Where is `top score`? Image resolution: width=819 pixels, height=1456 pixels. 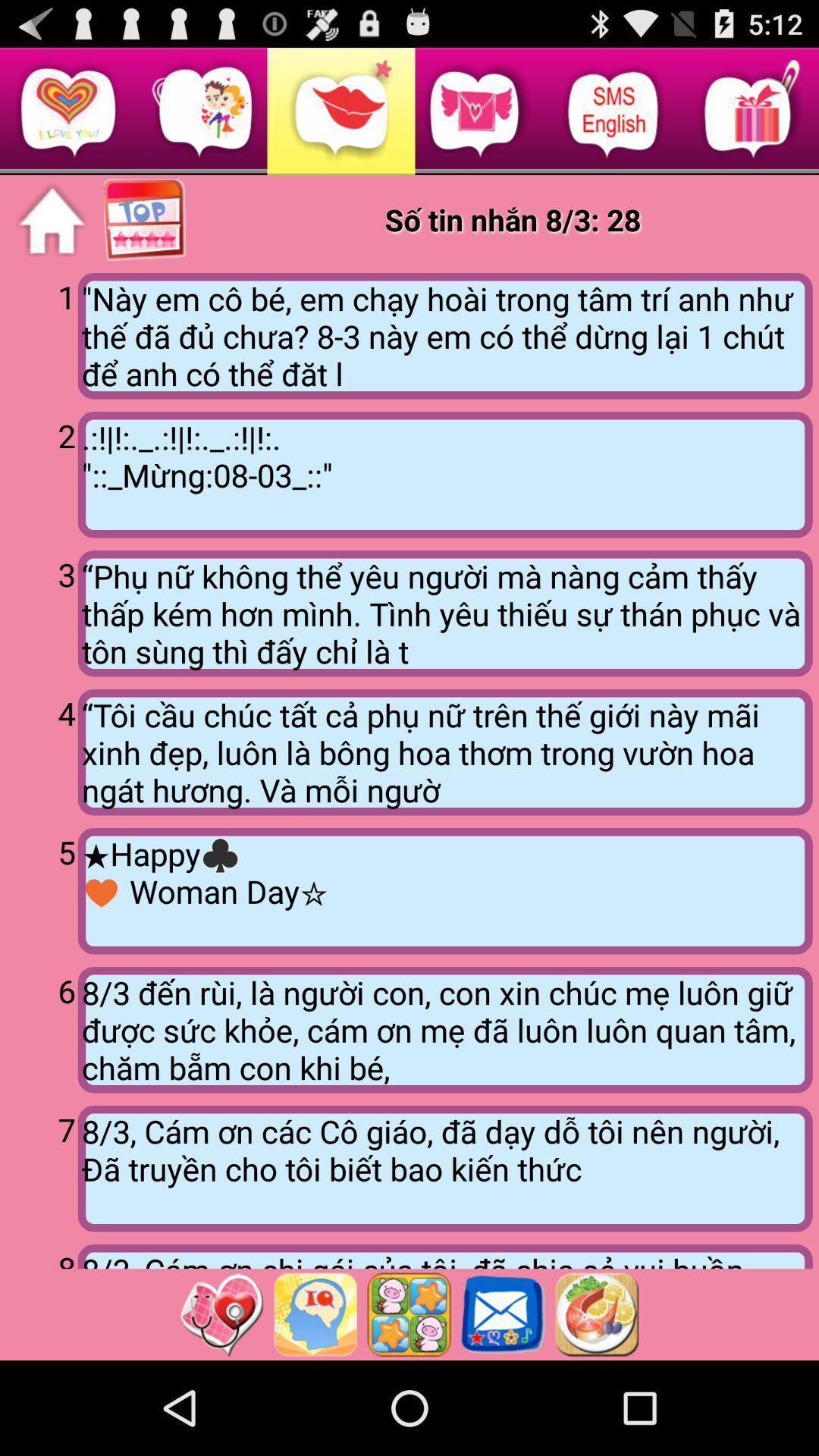 top score is located at coordinates (146, 220).